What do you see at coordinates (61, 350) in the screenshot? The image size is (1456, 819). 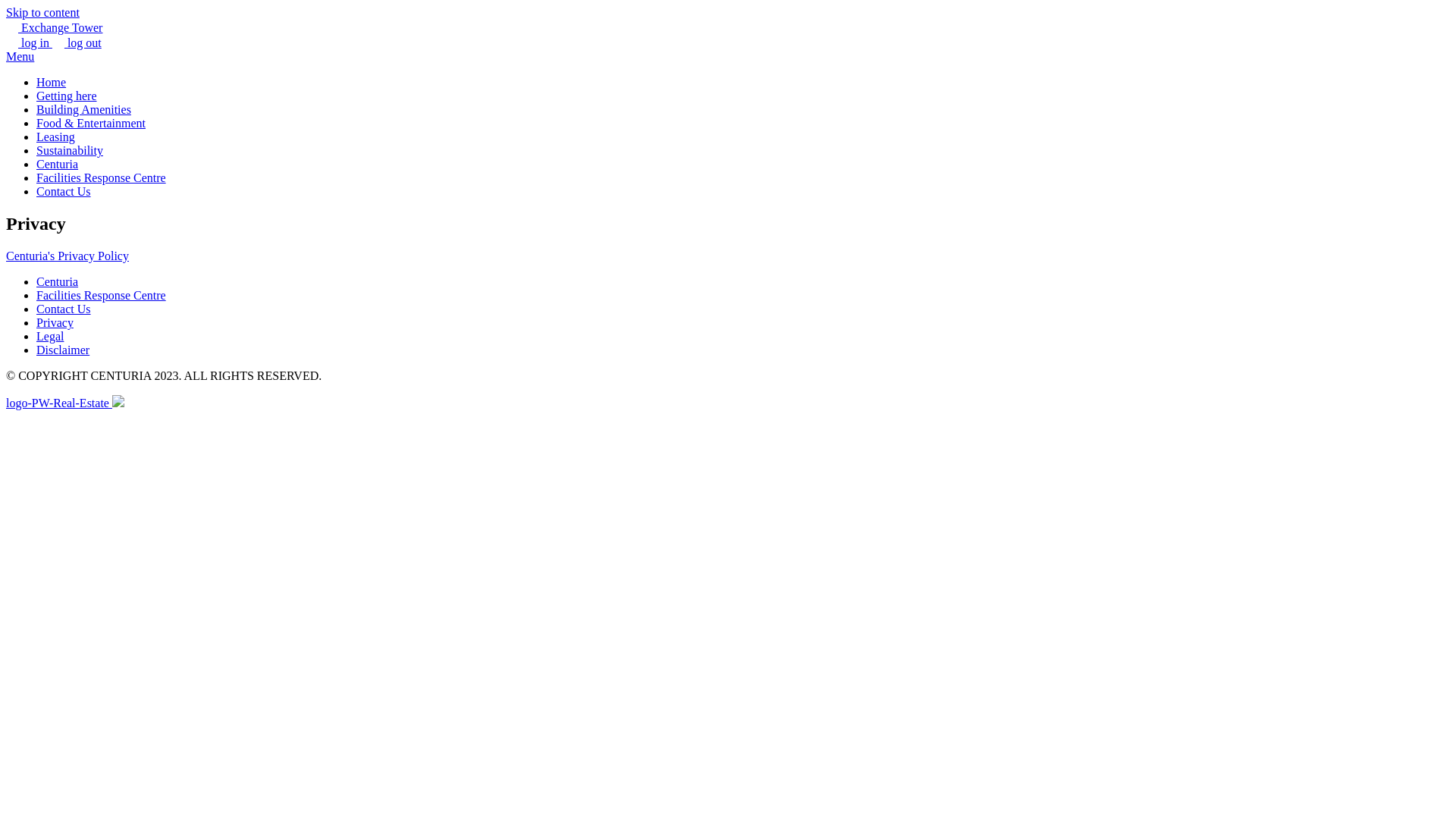 I see `'Disclaimer'` at bounding box center [61, 350].